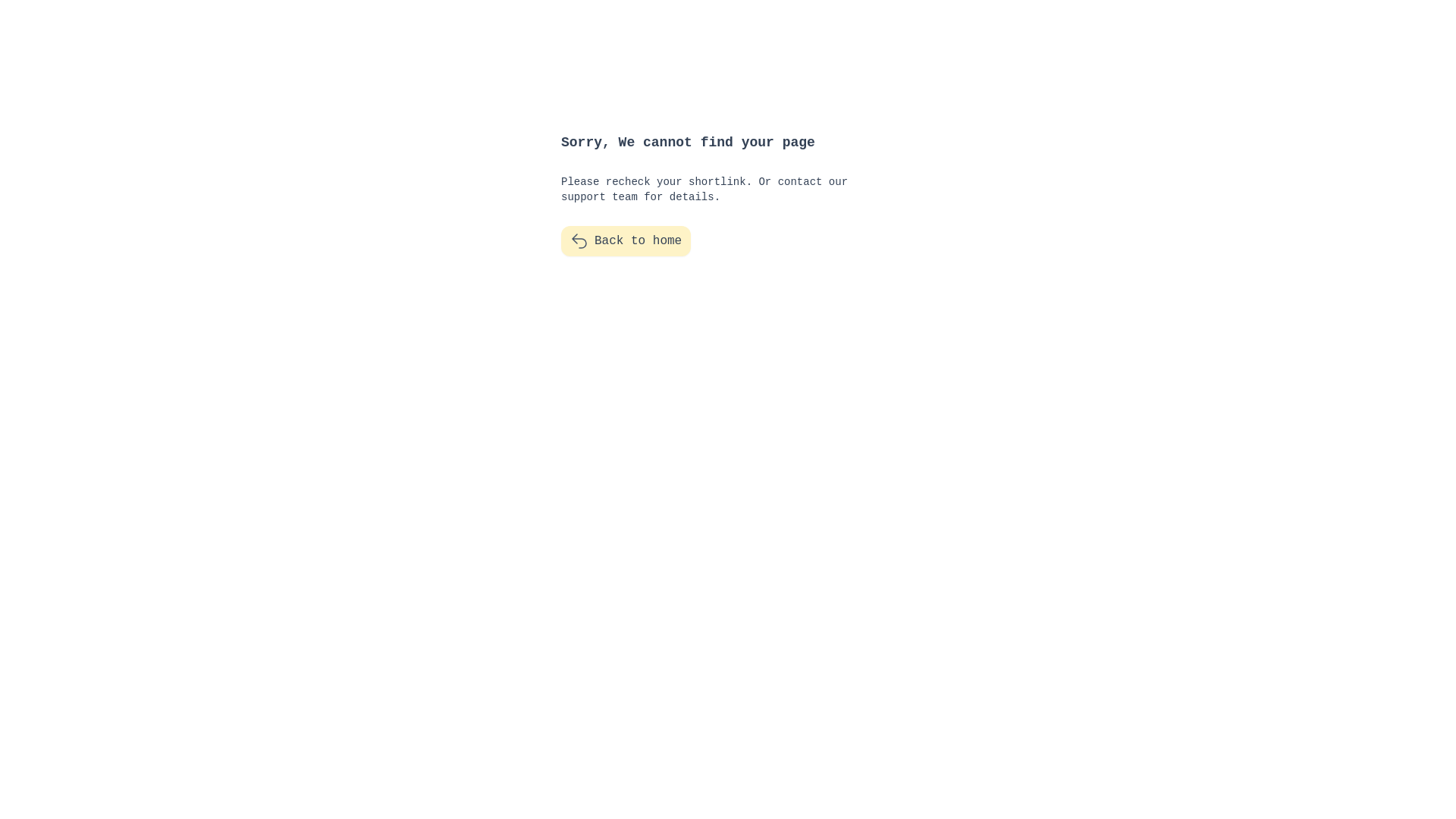 The image size is (1456, 819). I want to click on 'Back to home', so click(626, 240).